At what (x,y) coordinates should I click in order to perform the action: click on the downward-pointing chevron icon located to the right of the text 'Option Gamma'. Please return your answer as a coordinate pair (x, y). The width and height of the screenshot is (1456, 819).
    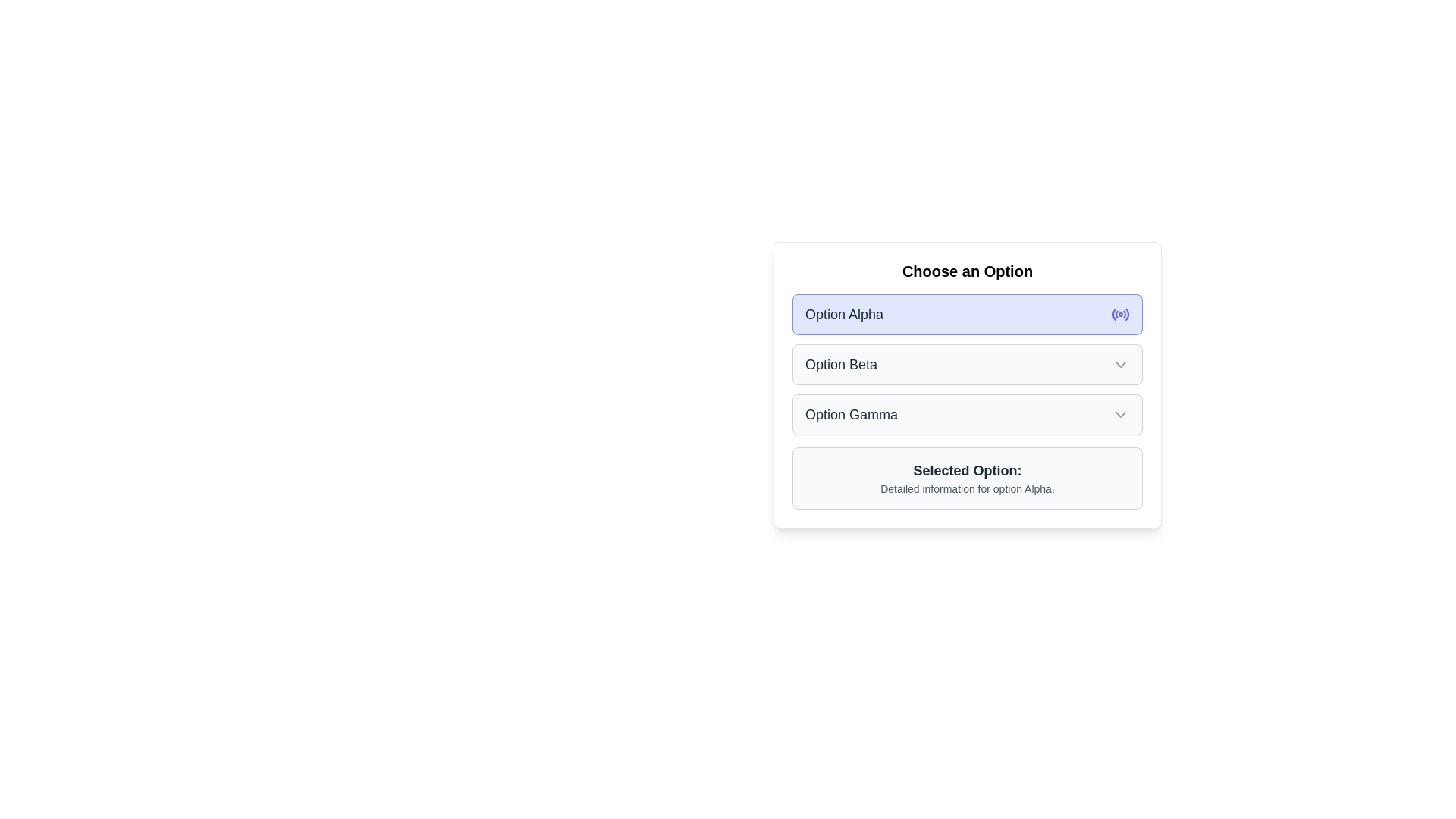
    Looking at the image, I should click on (1121, 415).